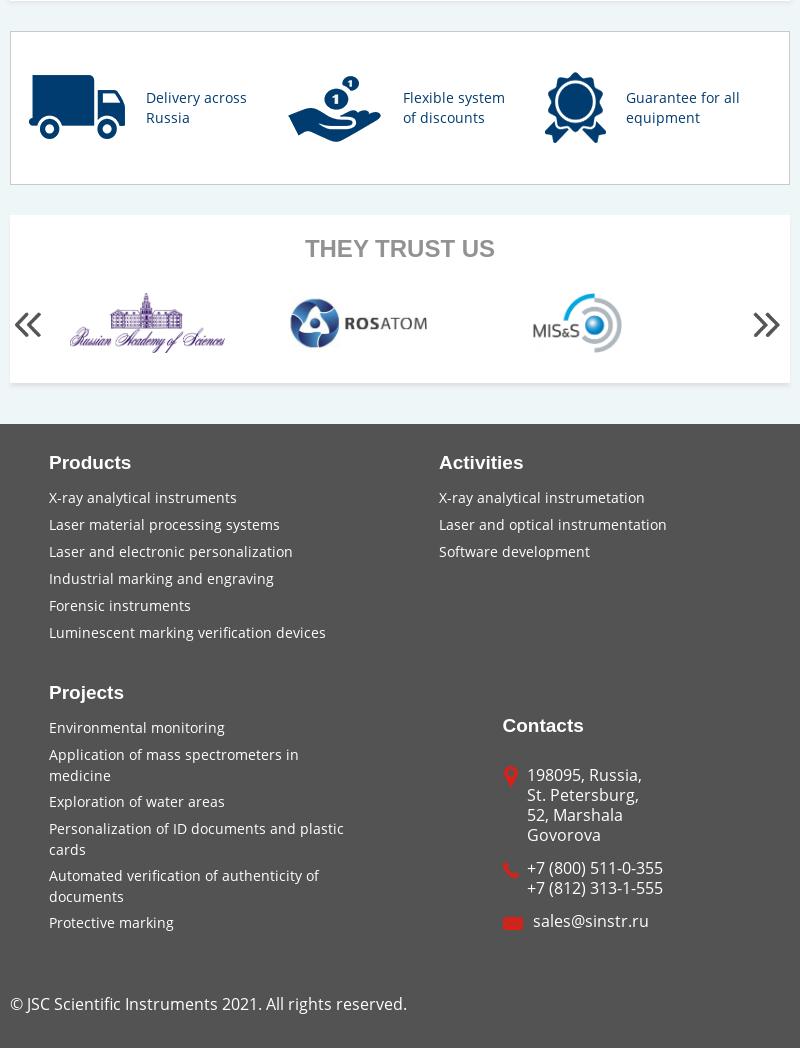 This screenshot has width=800, height=1048. I want to click on 'Automated verification of authenticity of documents', so click(183, 884).